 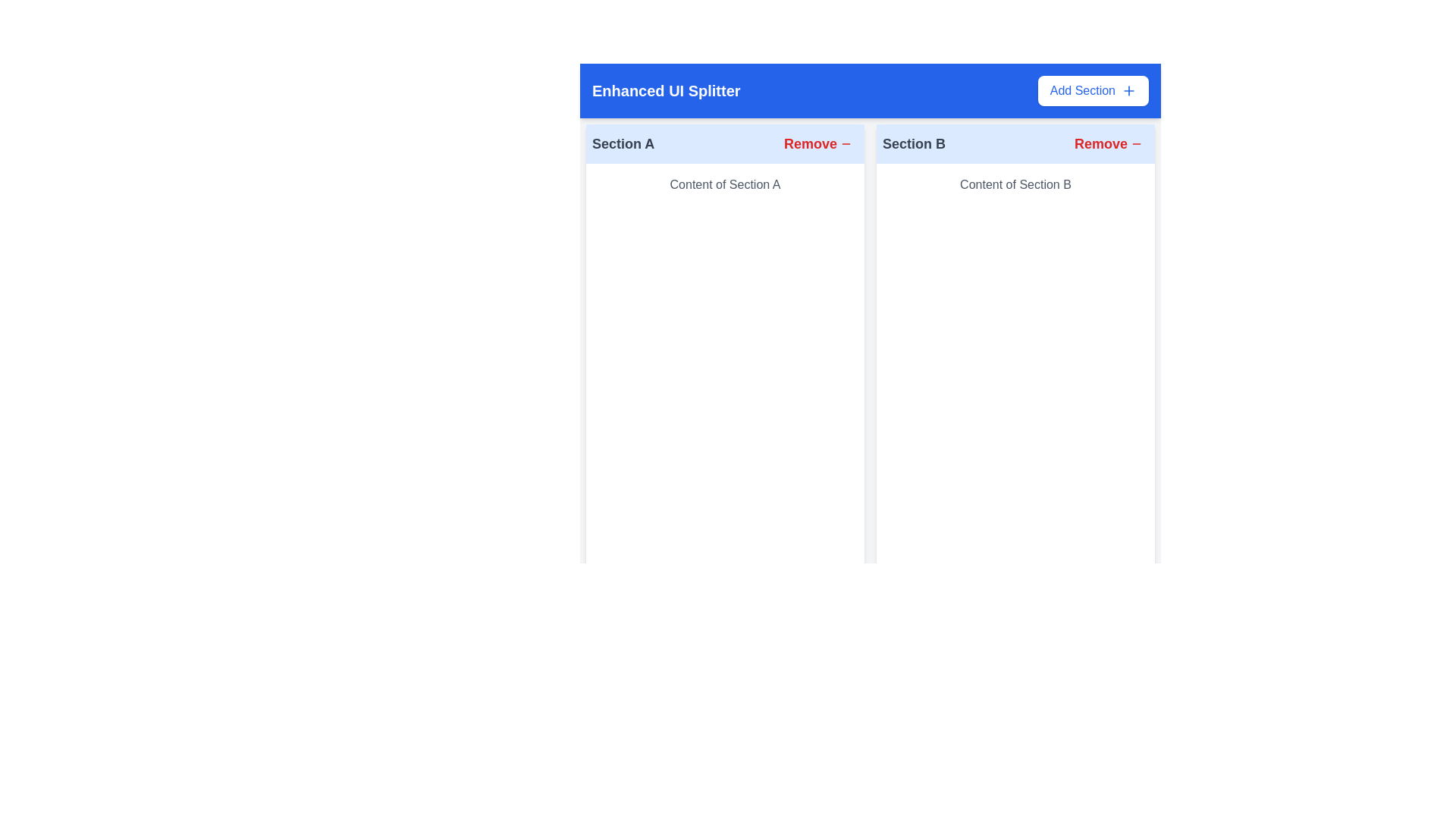 I want to click on the 'Remove' button with red text and a minus icon located in the header area of Section A, so click(x=817, y=143).